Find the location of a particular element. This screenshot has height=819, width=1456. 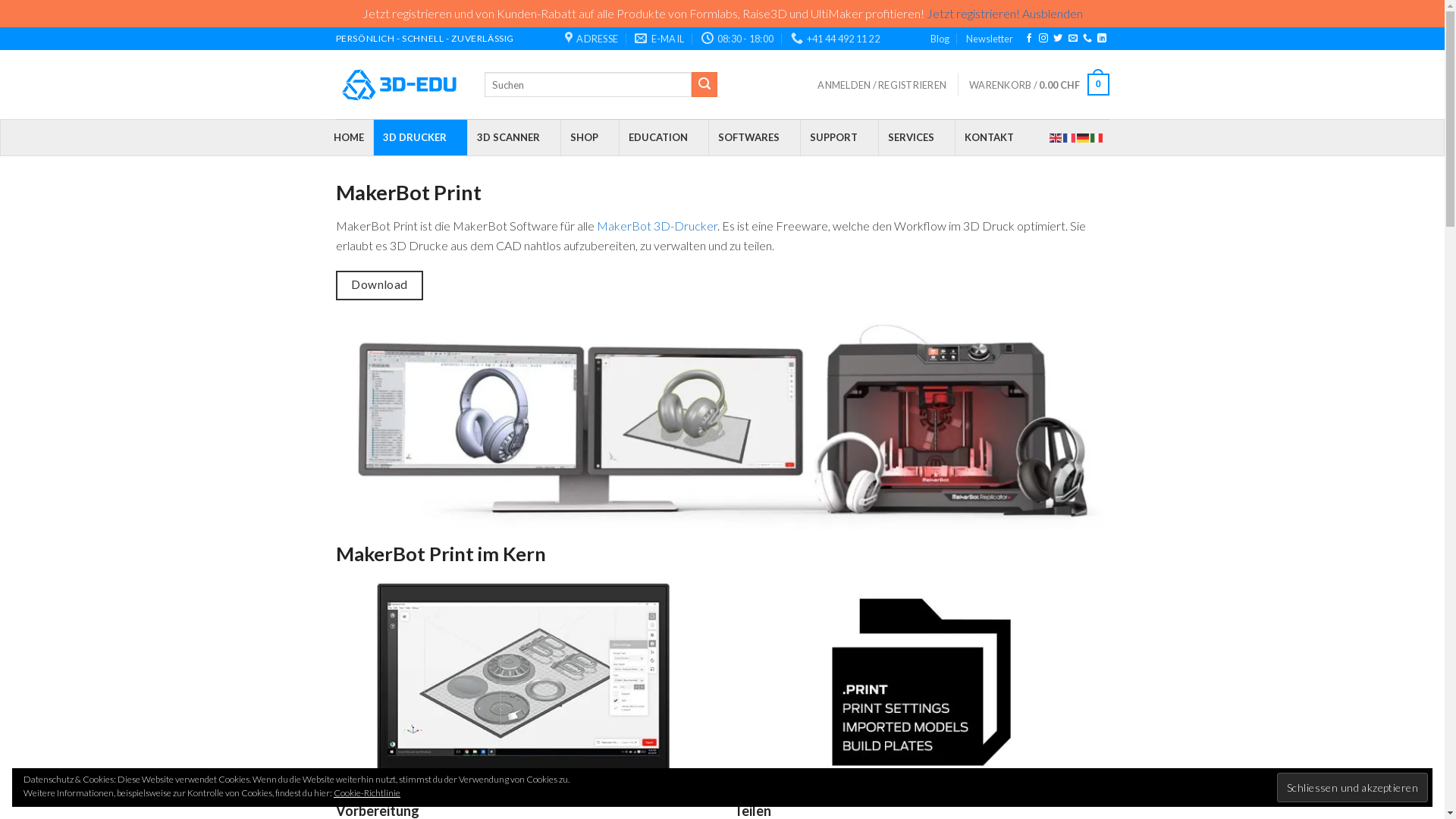

'Jetzt registrieren!' is located at coordinates (973, 13).